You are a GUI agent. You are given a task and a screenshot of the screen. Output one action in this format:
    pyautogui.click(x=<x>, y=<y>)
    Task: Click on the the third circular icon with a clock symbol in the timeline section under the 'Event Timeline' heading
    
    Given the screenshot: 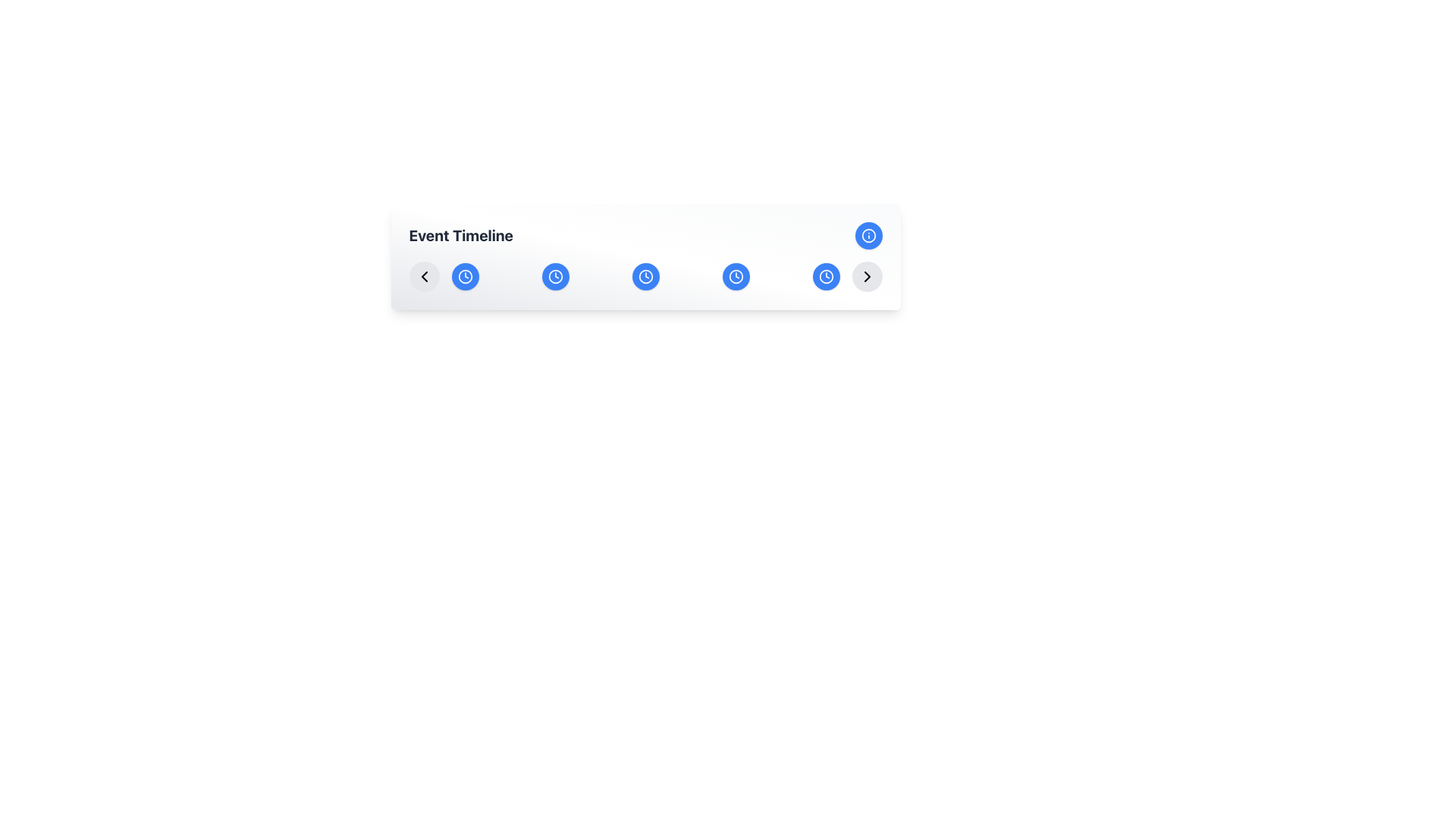 What is the action you would take?
    pyautogui.click(x=645, y=277)
    